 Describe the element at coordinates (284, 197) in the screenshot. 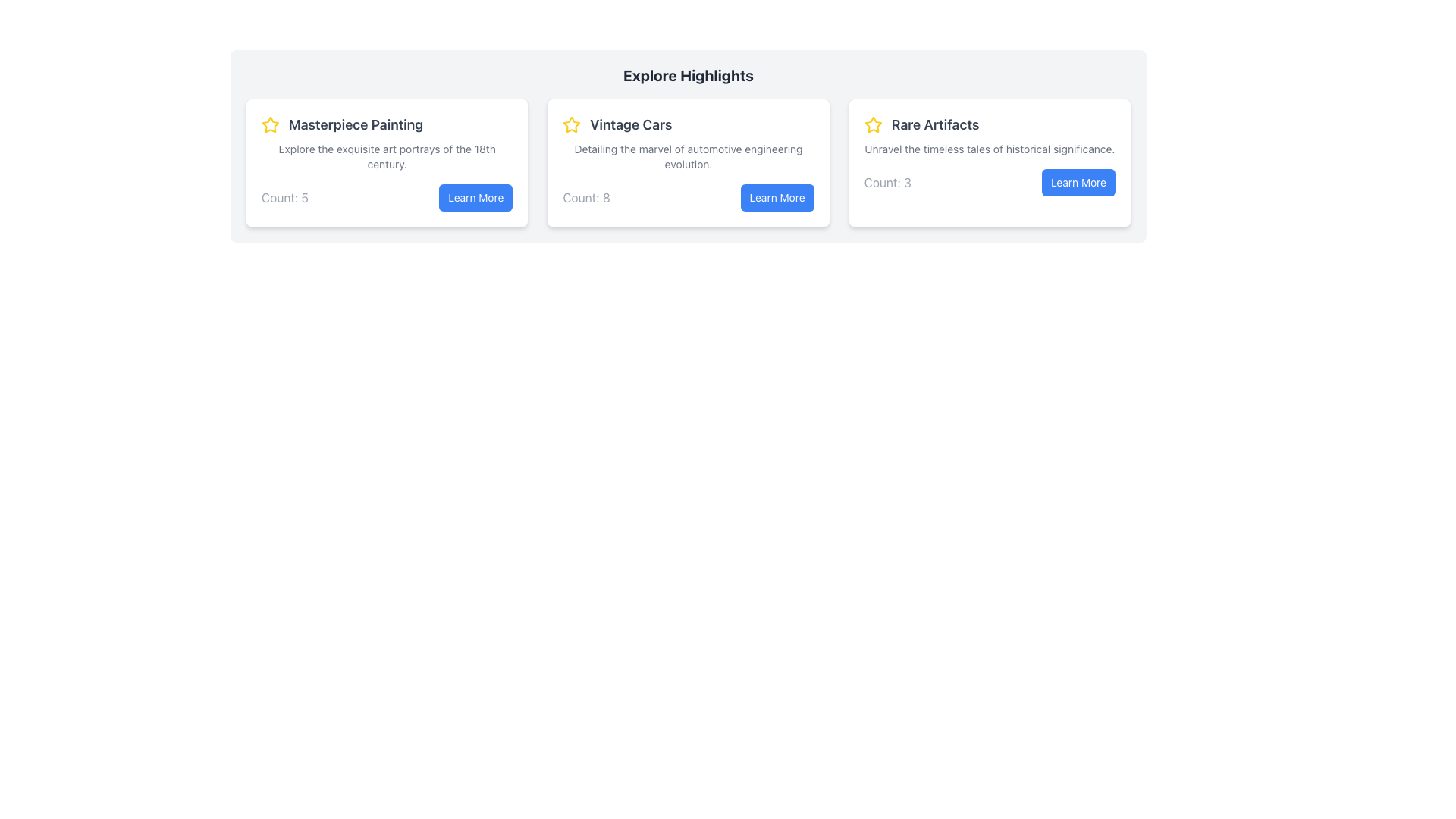

I see `the text label displaying 'Count: 5' in gray font, which is located at the bottom-left of the 'Masterpiece Painting' card, adjacent to the 'Learn More' button` at that location.